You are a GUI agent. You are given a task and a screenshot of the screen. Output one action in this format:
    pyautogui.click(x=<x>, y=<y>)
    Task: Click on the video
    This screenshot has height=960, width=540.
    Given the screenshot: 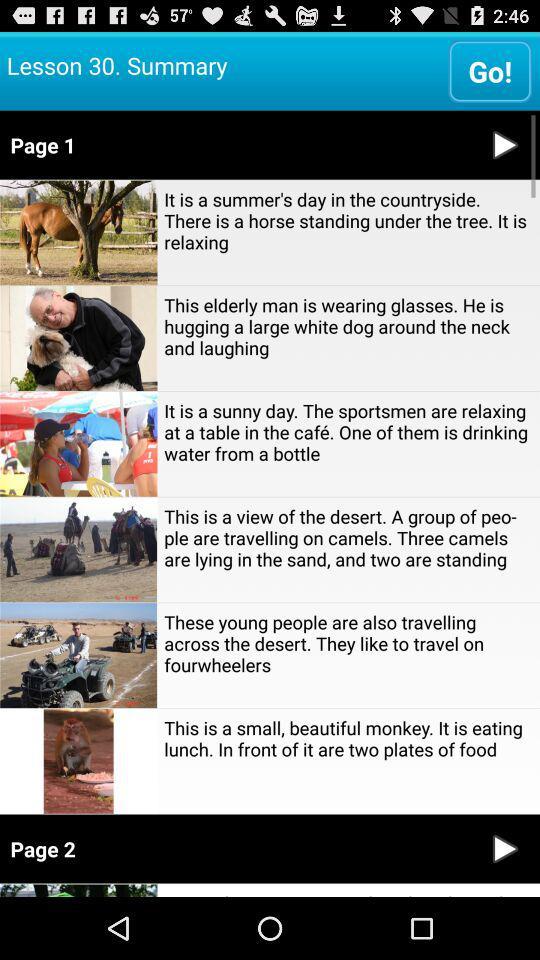 What is the action you would take?
    pyautogui.click(x=504, y=143)
    